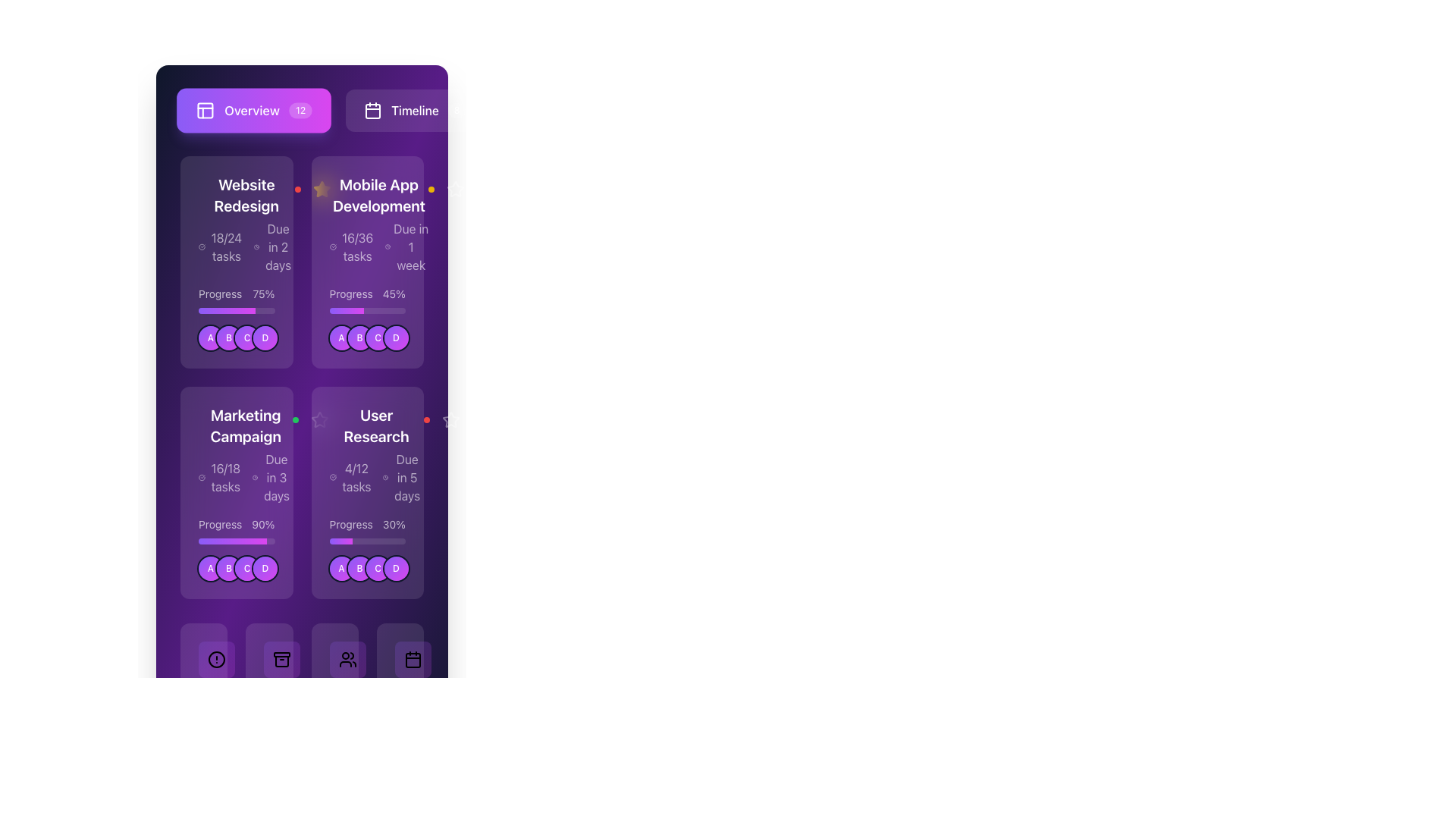  What do you see at coordinates (274, 246) in the screenshot?
I see `the label displaying 'Due in 2 days' with a purple background, located within the 'Website Redesign' card, to the right of '18/24 tasks'` at bounding box center [274, 246].